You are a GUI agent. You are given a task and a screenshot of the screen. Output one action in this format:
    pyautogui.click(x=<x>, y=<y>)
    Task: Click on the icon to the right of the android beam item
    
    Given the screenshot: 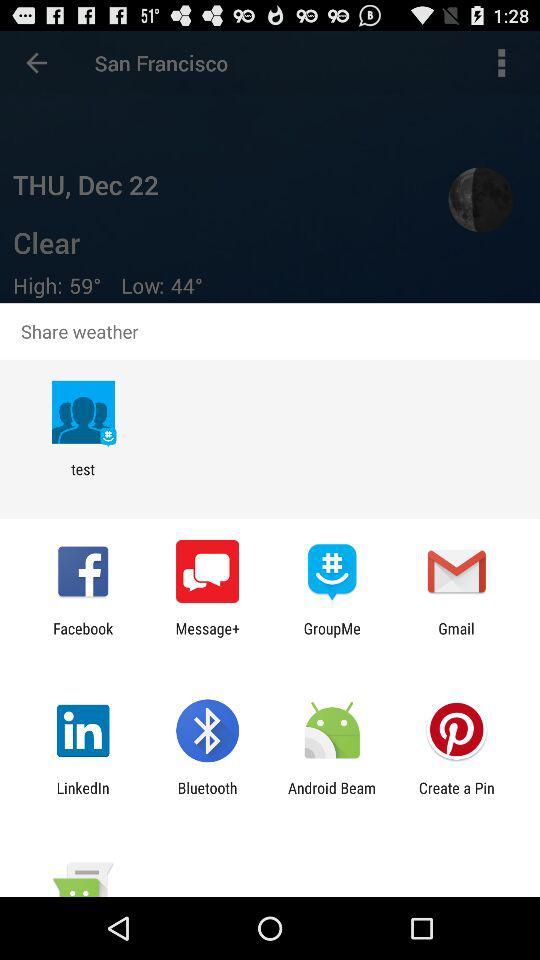 What is the action you would take?
    pyautogui.click(x=456, y=796)
    